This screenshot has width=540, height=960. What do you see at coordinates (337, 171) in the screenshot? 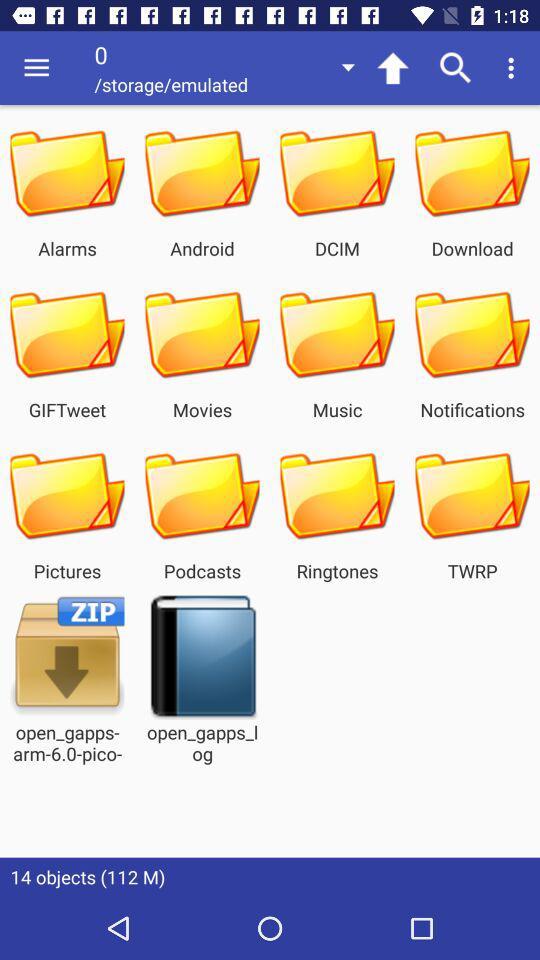
I see `the image which is above the dcim` at bounding box center [337, 171].